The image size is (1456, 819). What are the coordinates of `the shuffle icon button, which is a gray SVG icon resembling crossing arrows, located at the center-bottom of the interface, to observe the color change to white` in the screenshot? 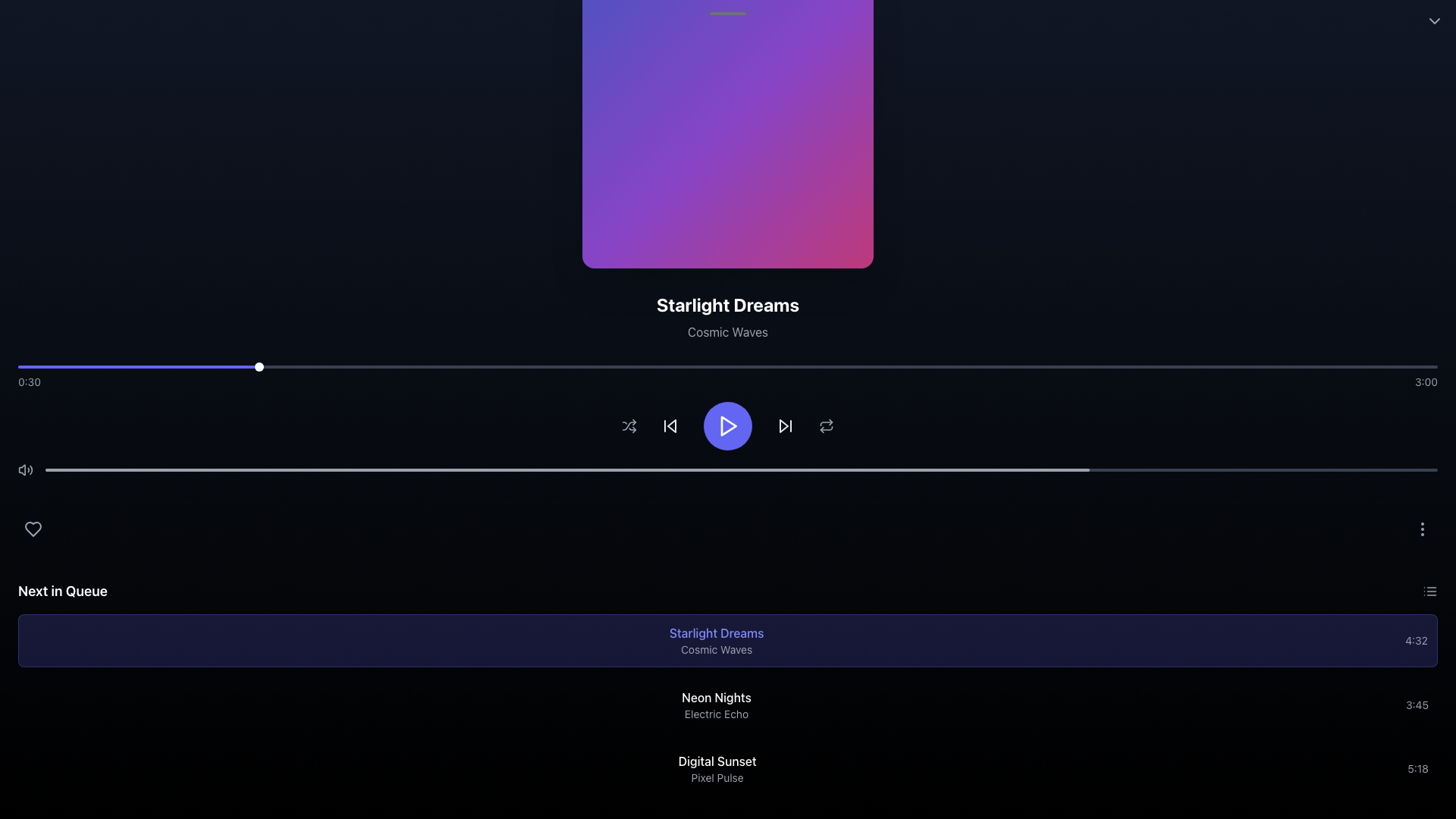 It's located at (629, 426).